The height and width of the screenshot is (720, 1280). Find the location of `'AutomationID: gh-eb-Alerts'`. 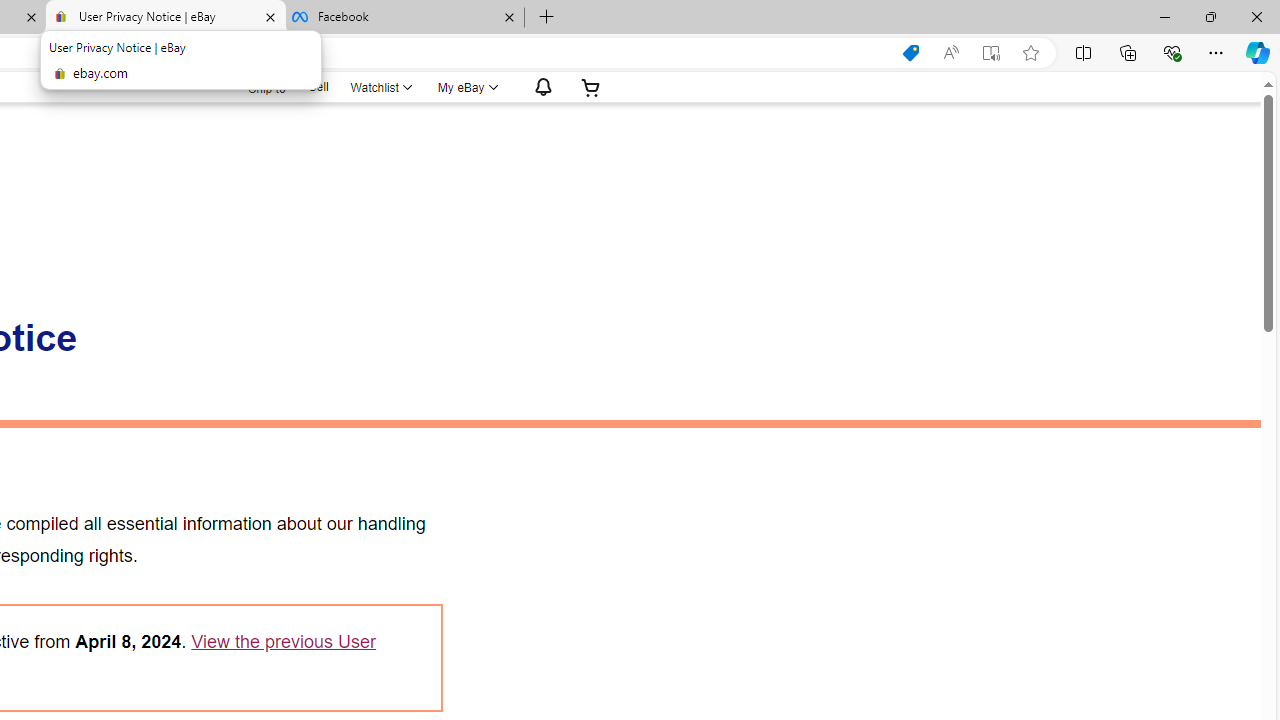

'AutomationID: gh-eb-Alerts' is located at coordinates (540, 86).